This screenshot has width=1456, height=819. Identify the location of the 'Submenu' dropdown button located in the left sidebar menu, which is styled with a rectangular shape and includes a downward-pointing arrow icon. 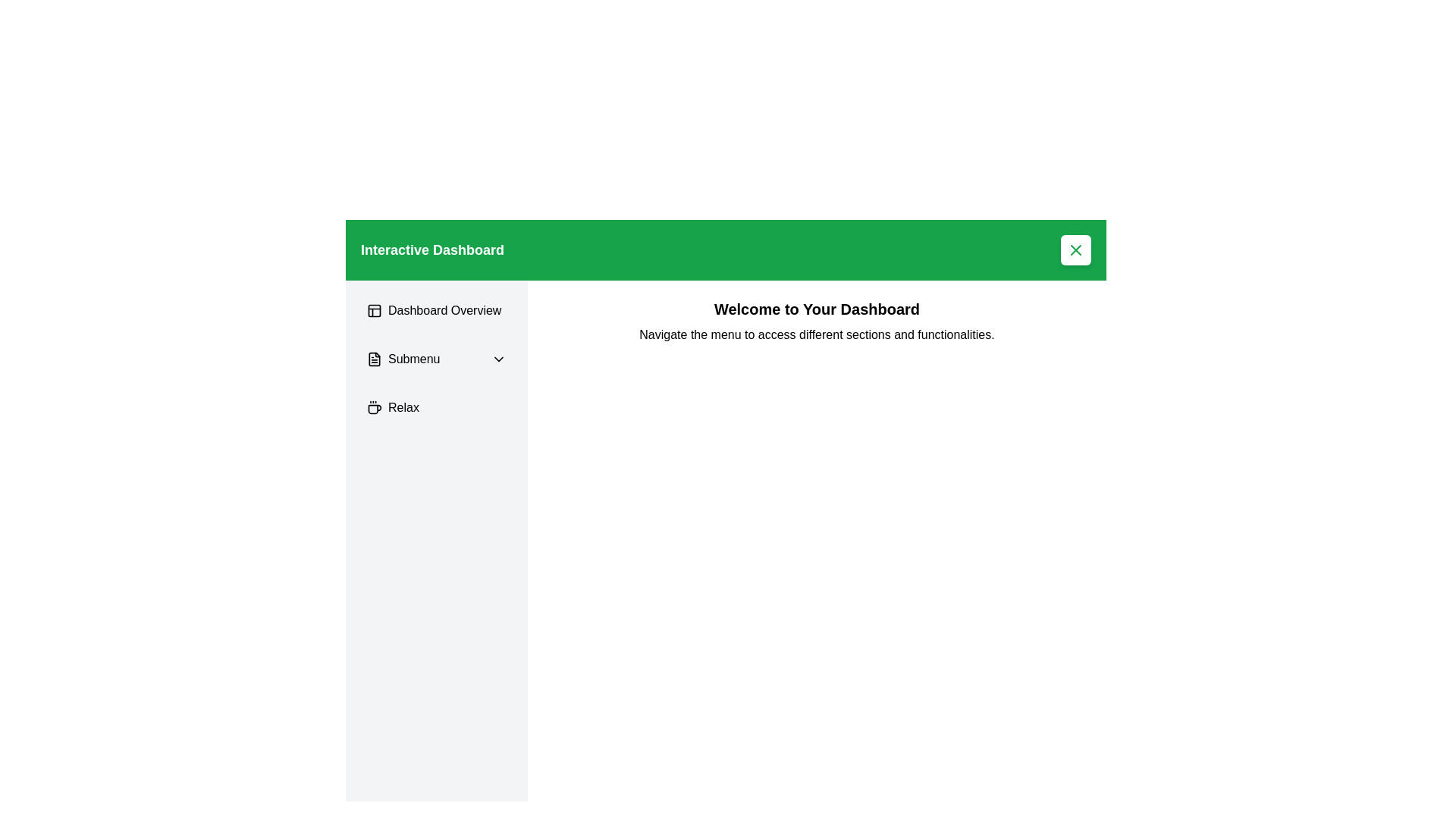
(436, 359).